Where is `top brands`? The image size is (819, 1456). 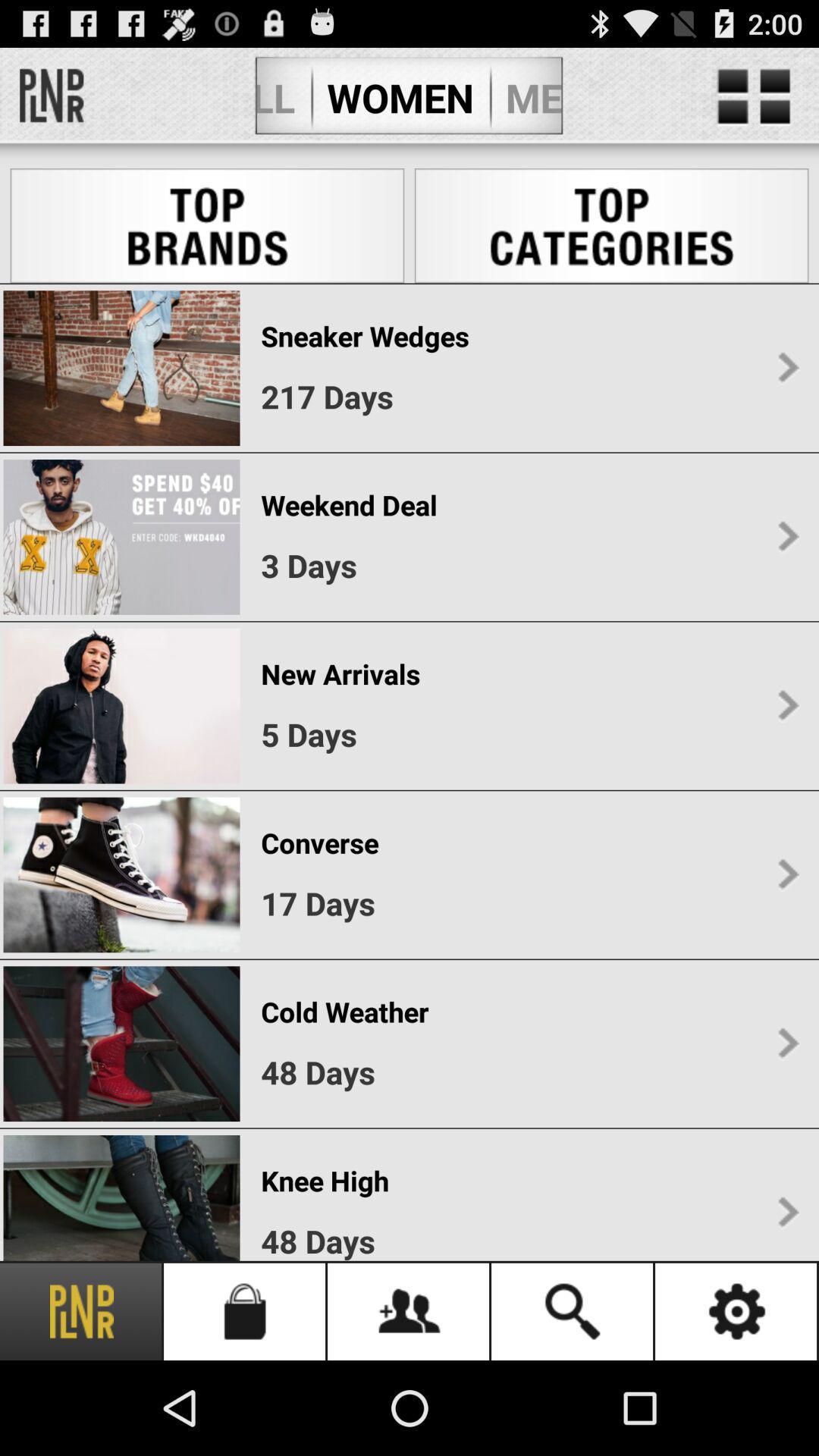
top brands is located at coordinates (207, 224).